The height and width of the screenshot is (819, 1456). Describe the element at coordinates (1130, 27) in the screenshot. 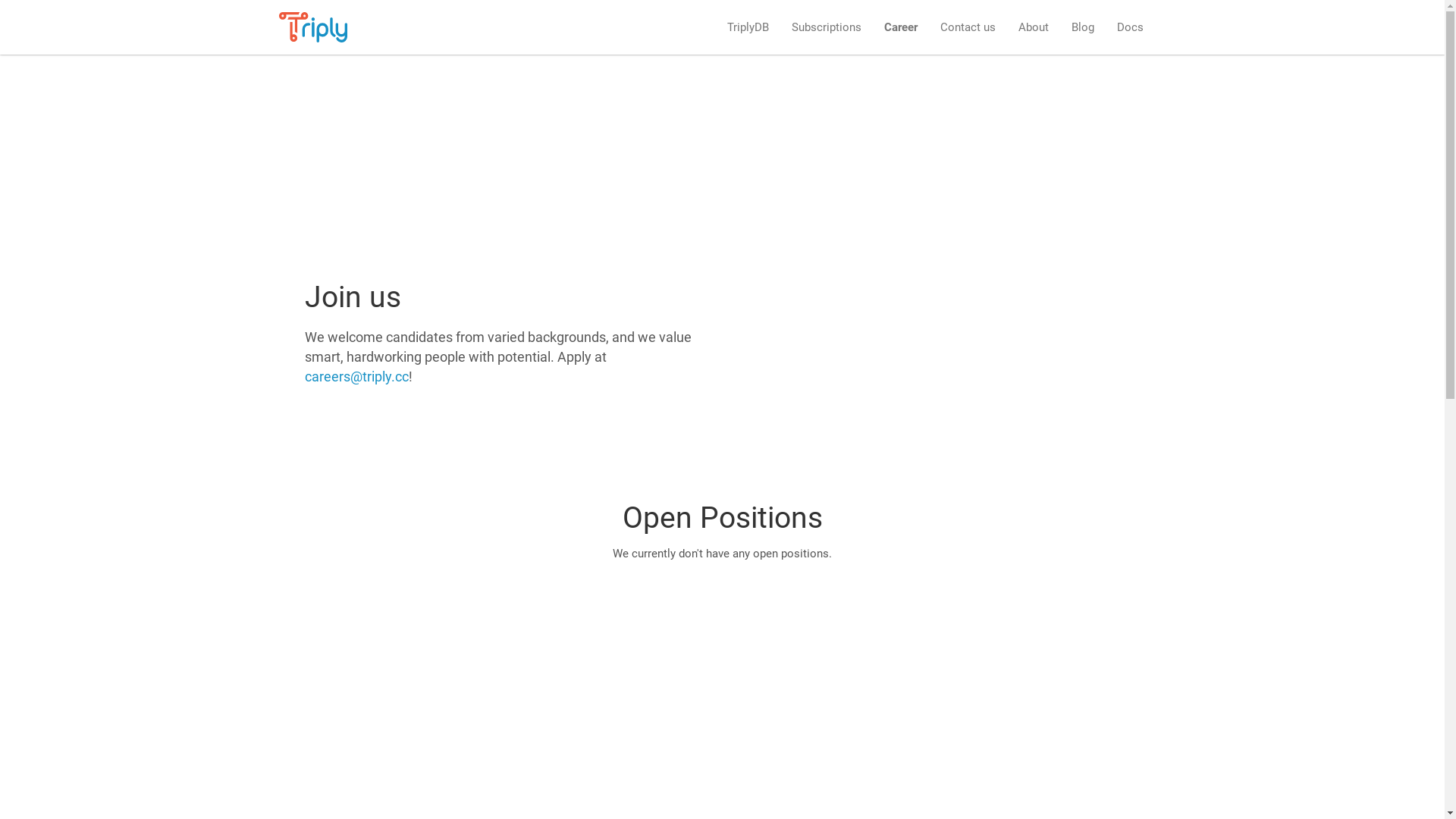

I see `'Docs'` at that location.